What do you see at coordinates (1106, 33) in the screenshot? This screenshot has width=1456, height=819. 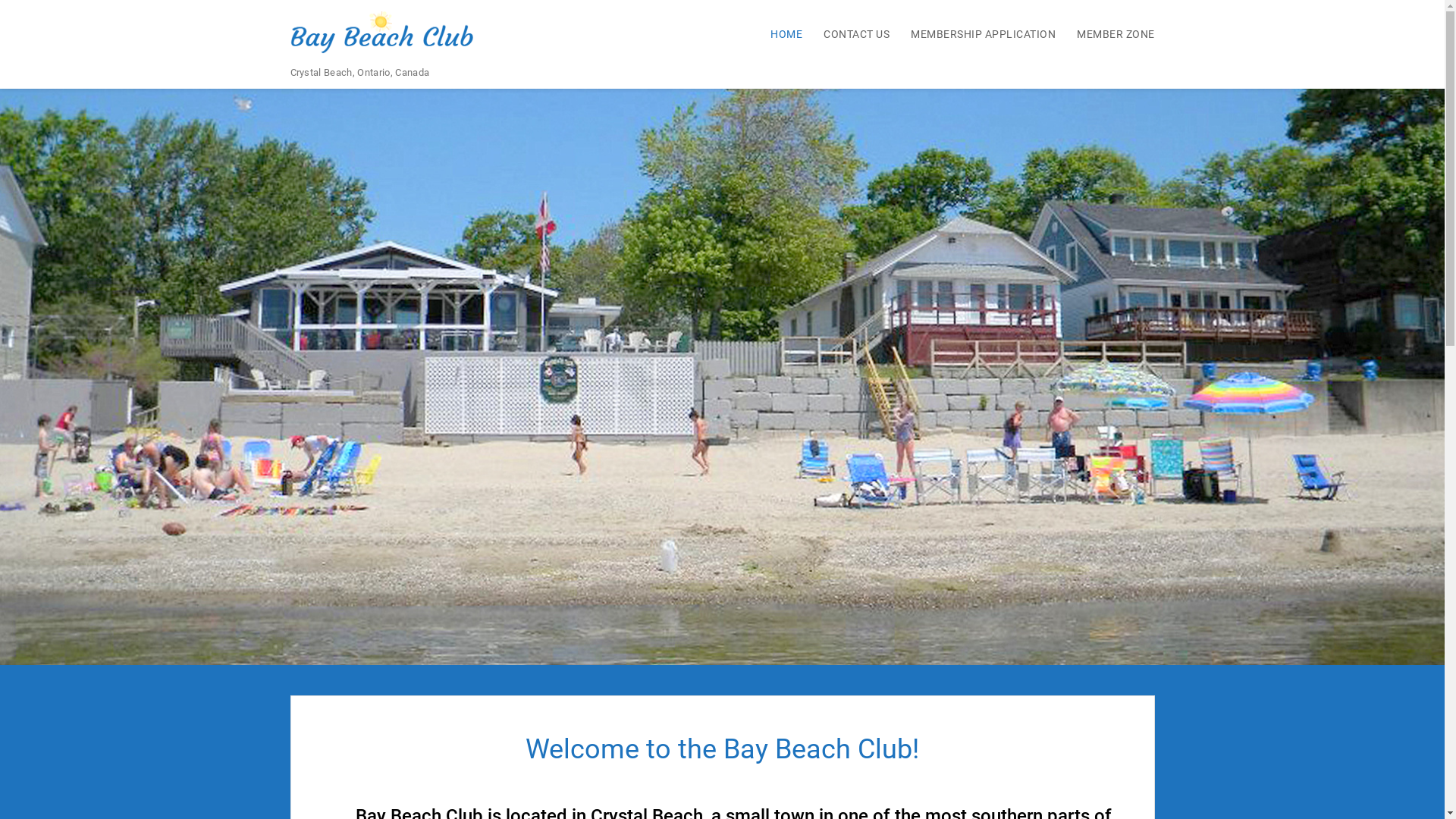 I see `'MEMBER ZONE'` at bounding box center [1106, 33].